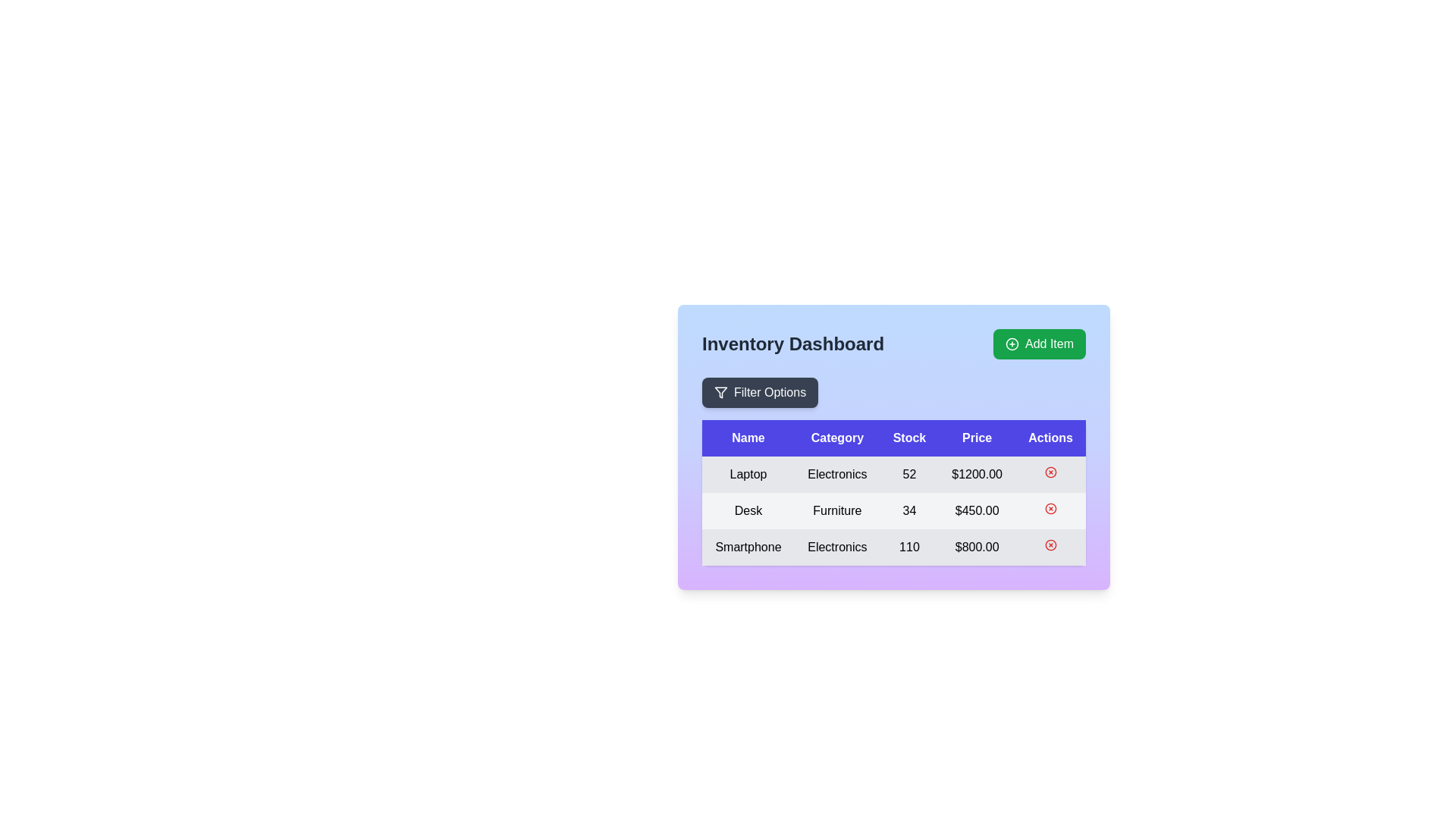 The image size is (1456, 819). Describe the element at coordinates (977, 511) in the screenshot. I see `the static text display showing the price '$450.00' in the 'Price' column of the table for the product 'Desk'` at that location.